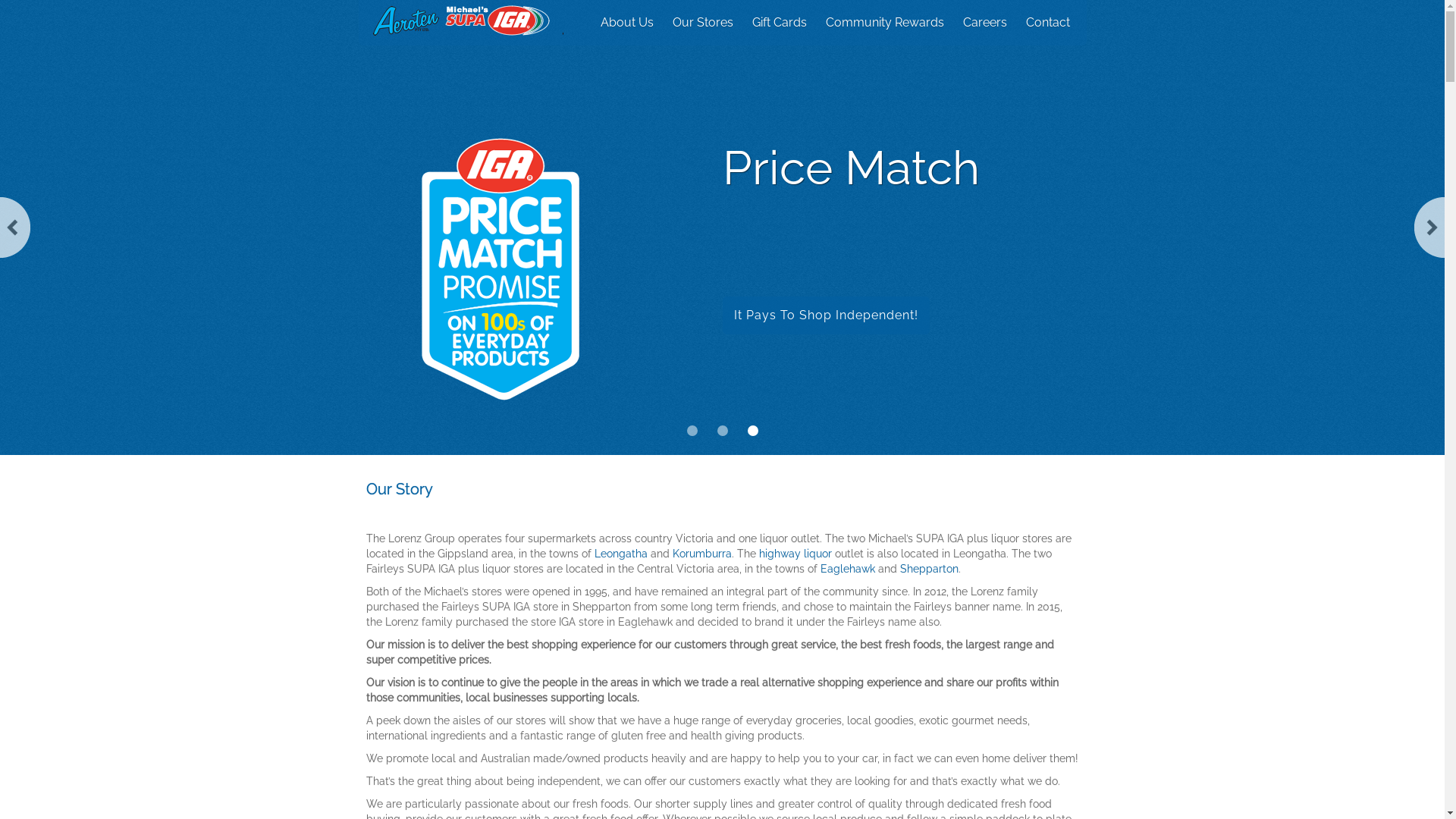 Image resolution: width=1456 pixels, height=819 pixels. What do you see at coordinates (779, 22) in the screenshot?
I see `'Gift Cards'` at bounding box center [779, 22].